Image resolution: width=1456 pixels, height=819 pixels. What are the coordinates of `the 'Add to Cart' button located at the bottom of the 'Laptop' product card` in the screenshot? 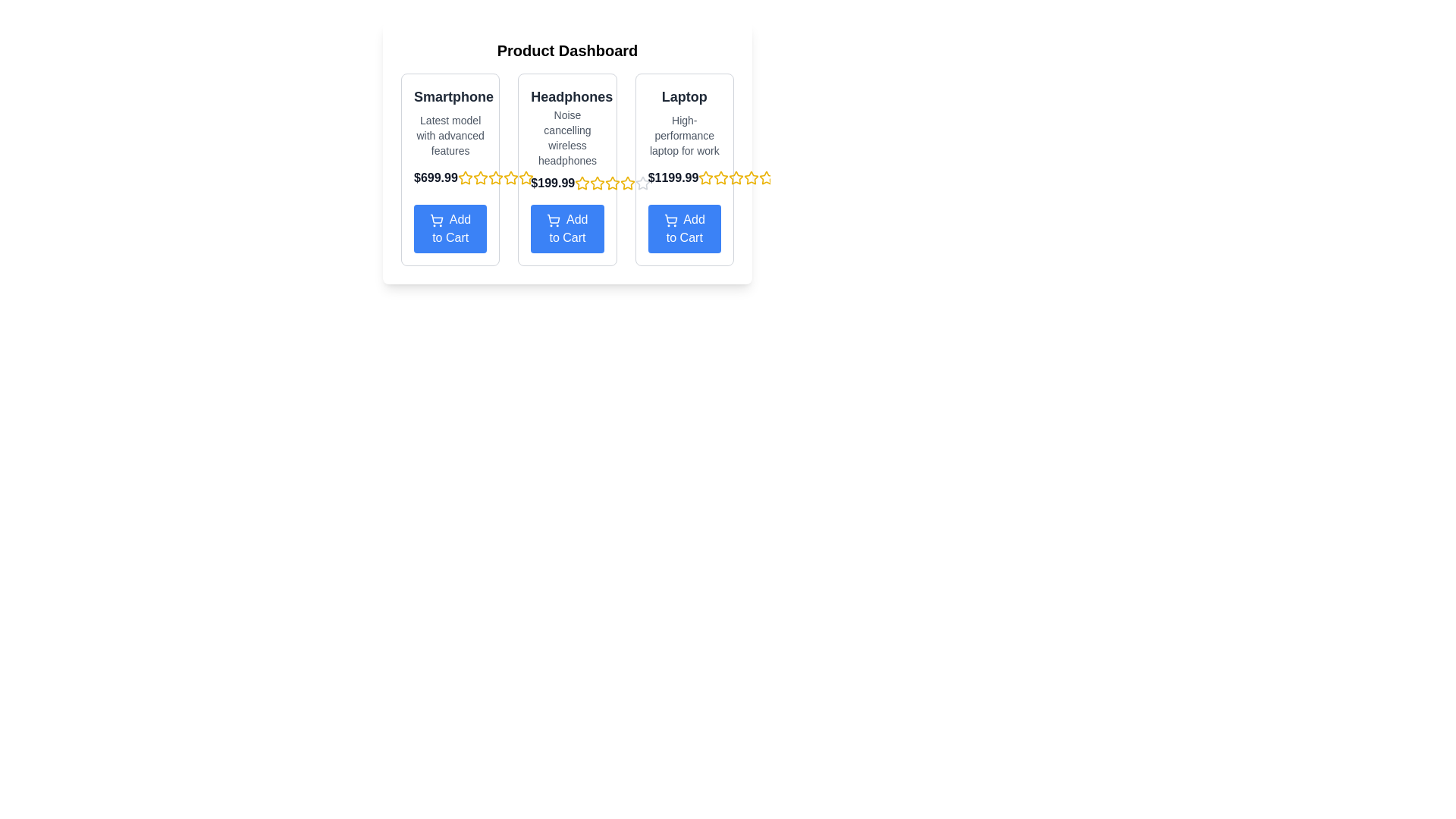 It's located at (683, 228).